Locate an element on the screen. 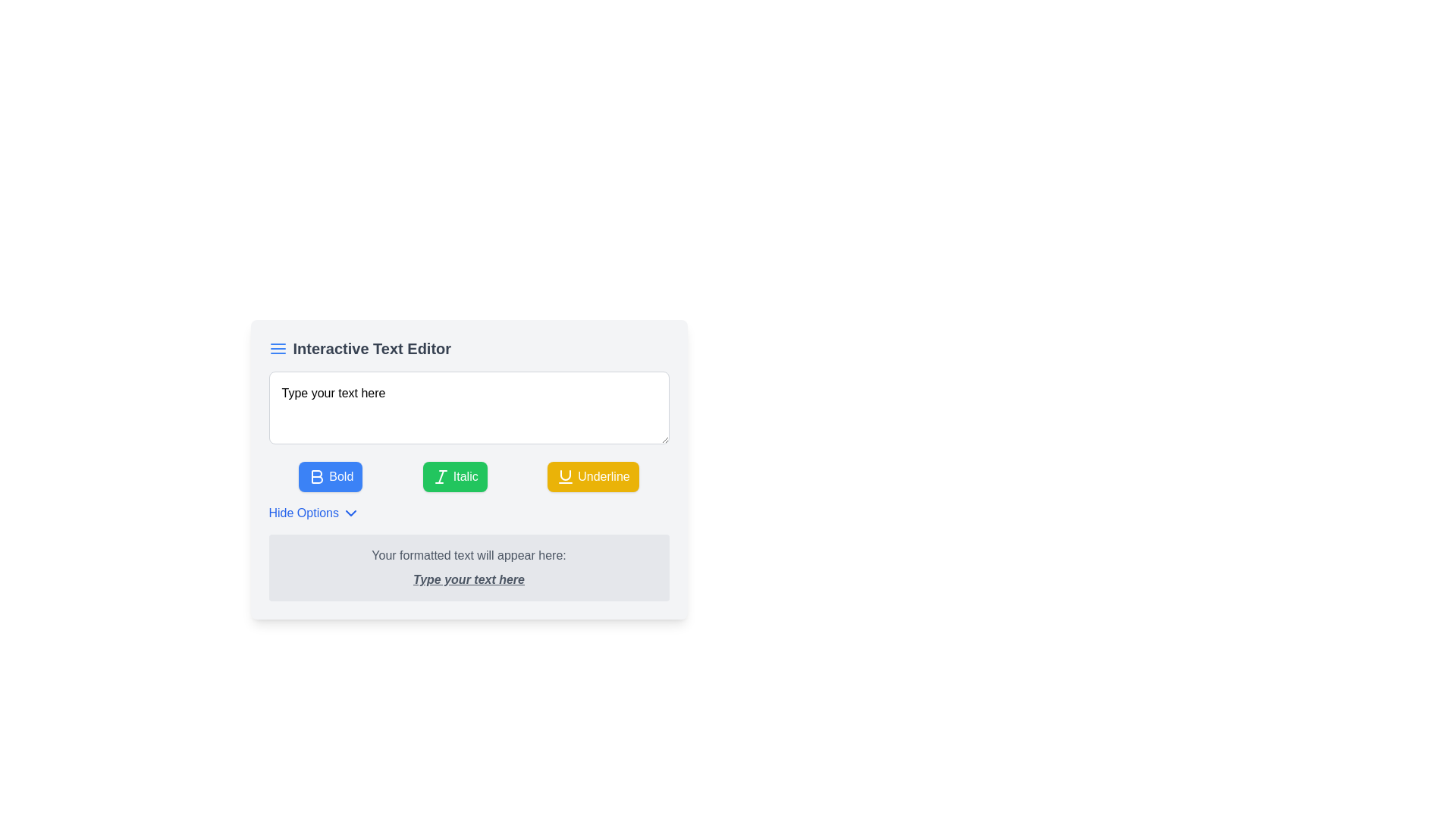 The image size is (1456, 819). the bold icon on the left side of the blue button labeled 'Bold' is located at coordinates (316, 475).